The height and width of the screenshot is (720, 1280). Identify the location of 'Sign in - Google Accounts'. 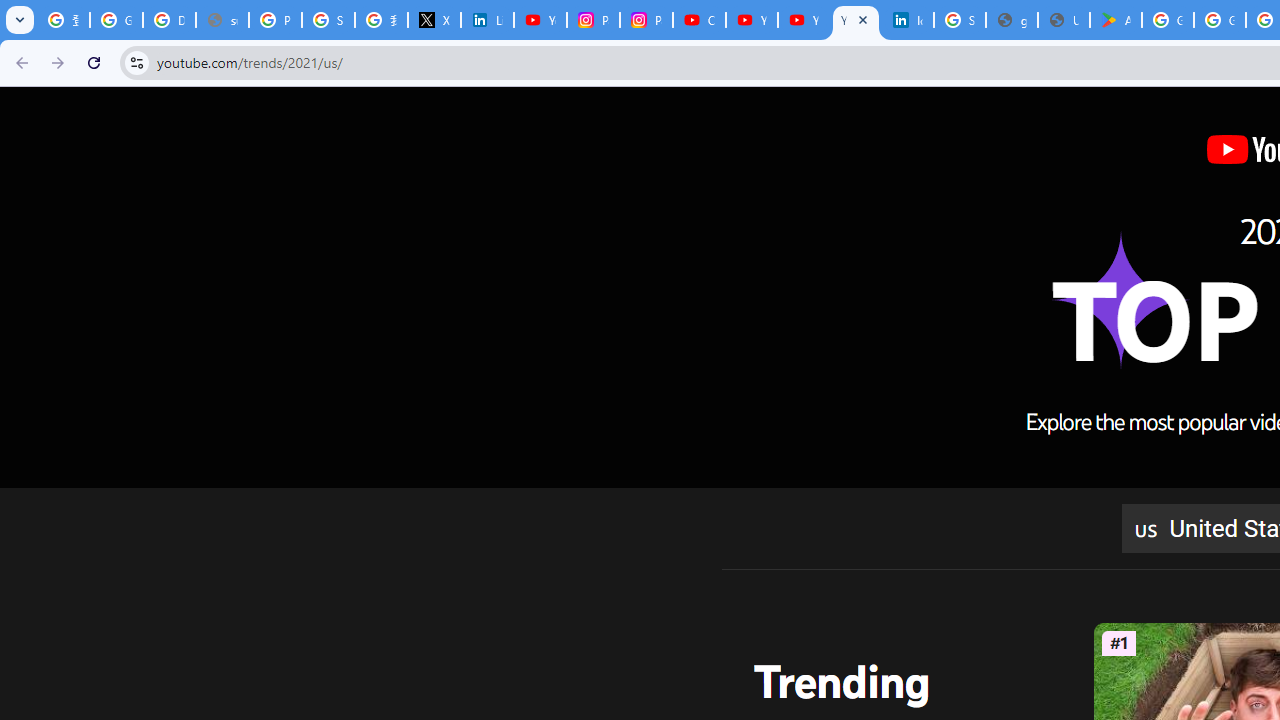
(328, 20).